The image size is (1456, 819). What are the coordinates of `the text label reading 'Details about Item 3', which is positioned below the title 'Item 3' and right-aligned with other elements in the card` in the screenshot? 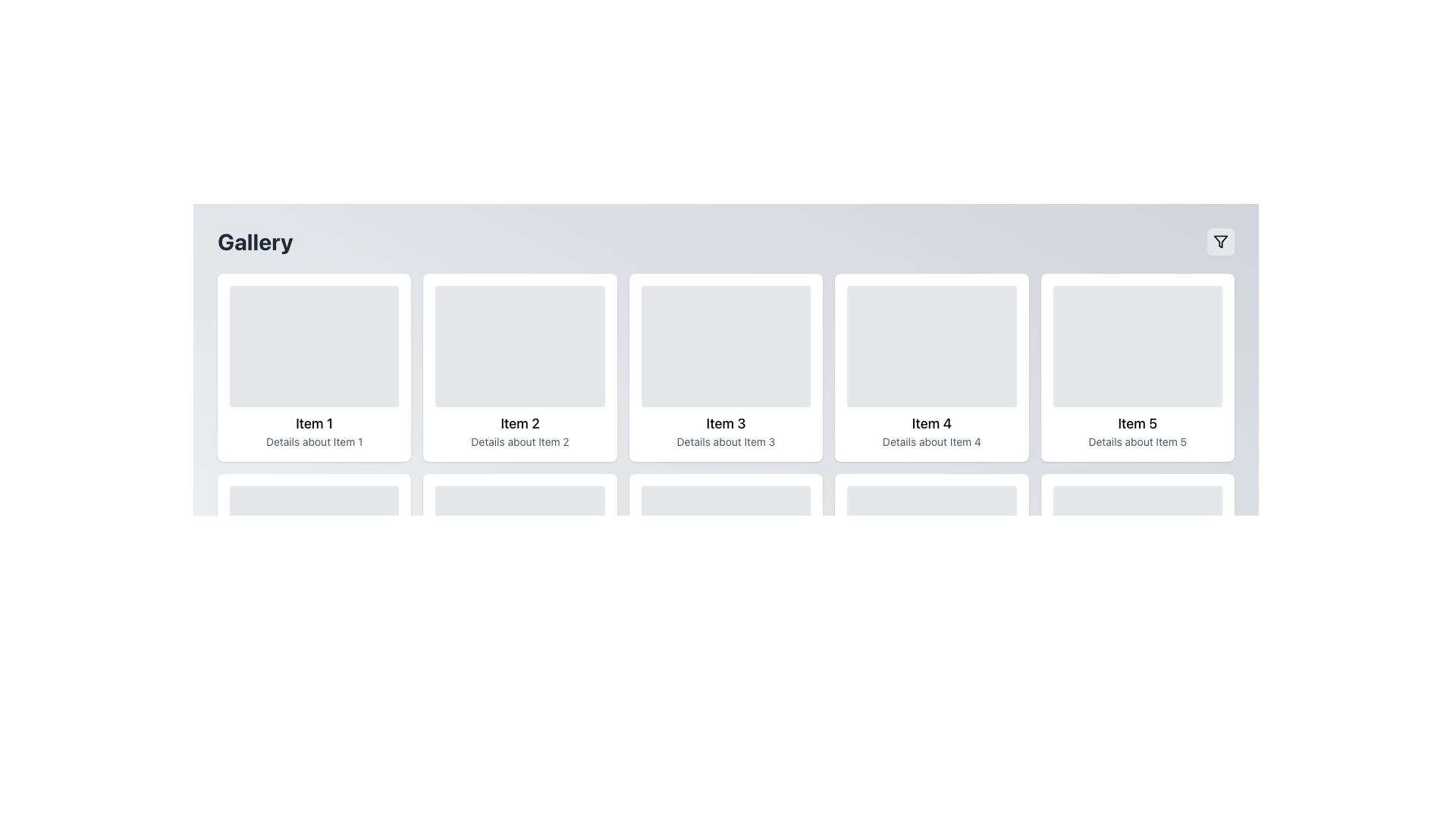 It's located at (725, 441).